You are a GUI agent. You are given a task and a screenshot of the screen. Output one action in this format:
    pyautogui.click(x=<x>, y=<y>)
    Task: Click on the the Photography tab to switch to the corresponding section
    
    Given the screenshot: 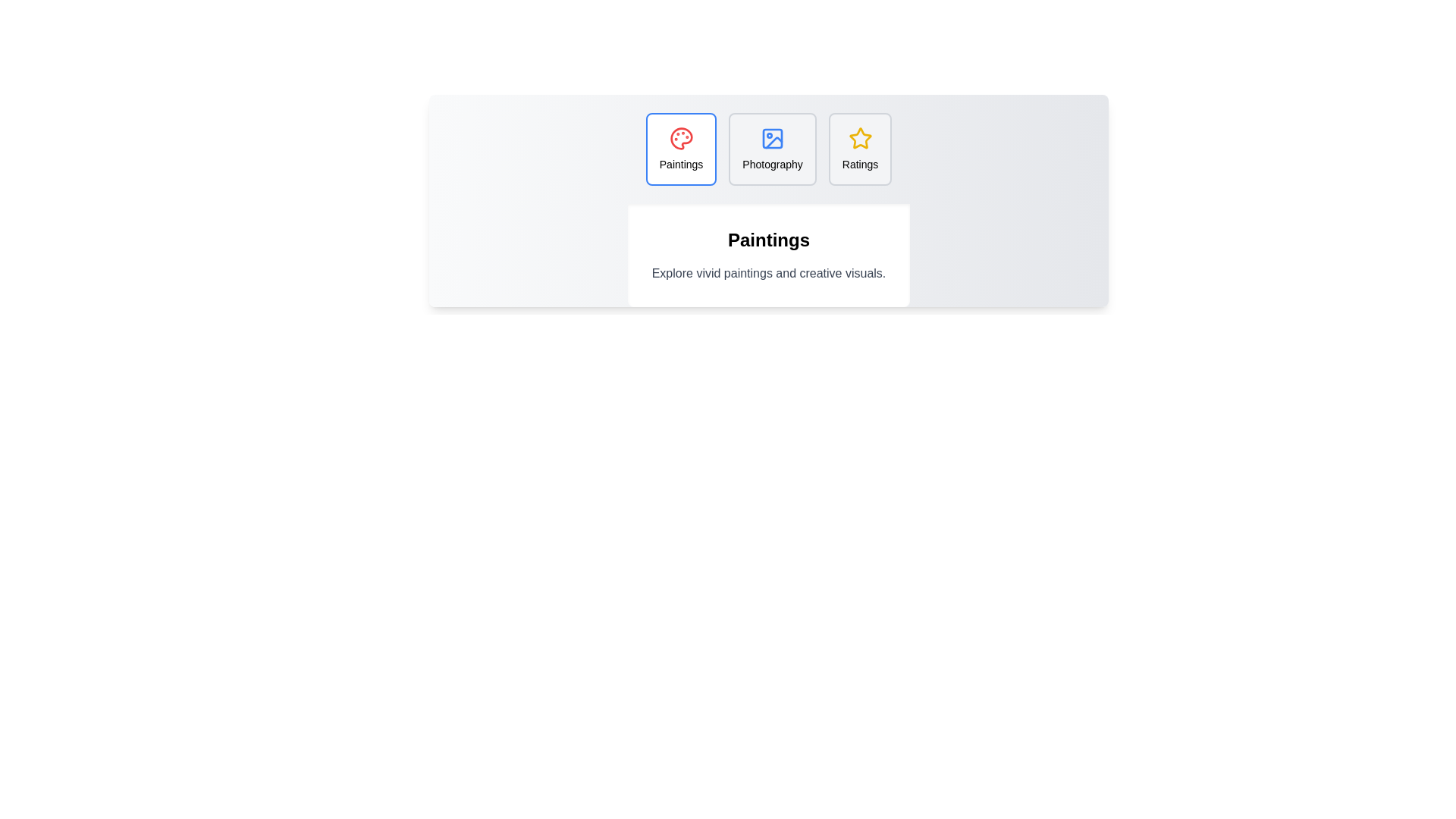 What is the action you would take?
    pyautogui.click(x=773, y=149)
    